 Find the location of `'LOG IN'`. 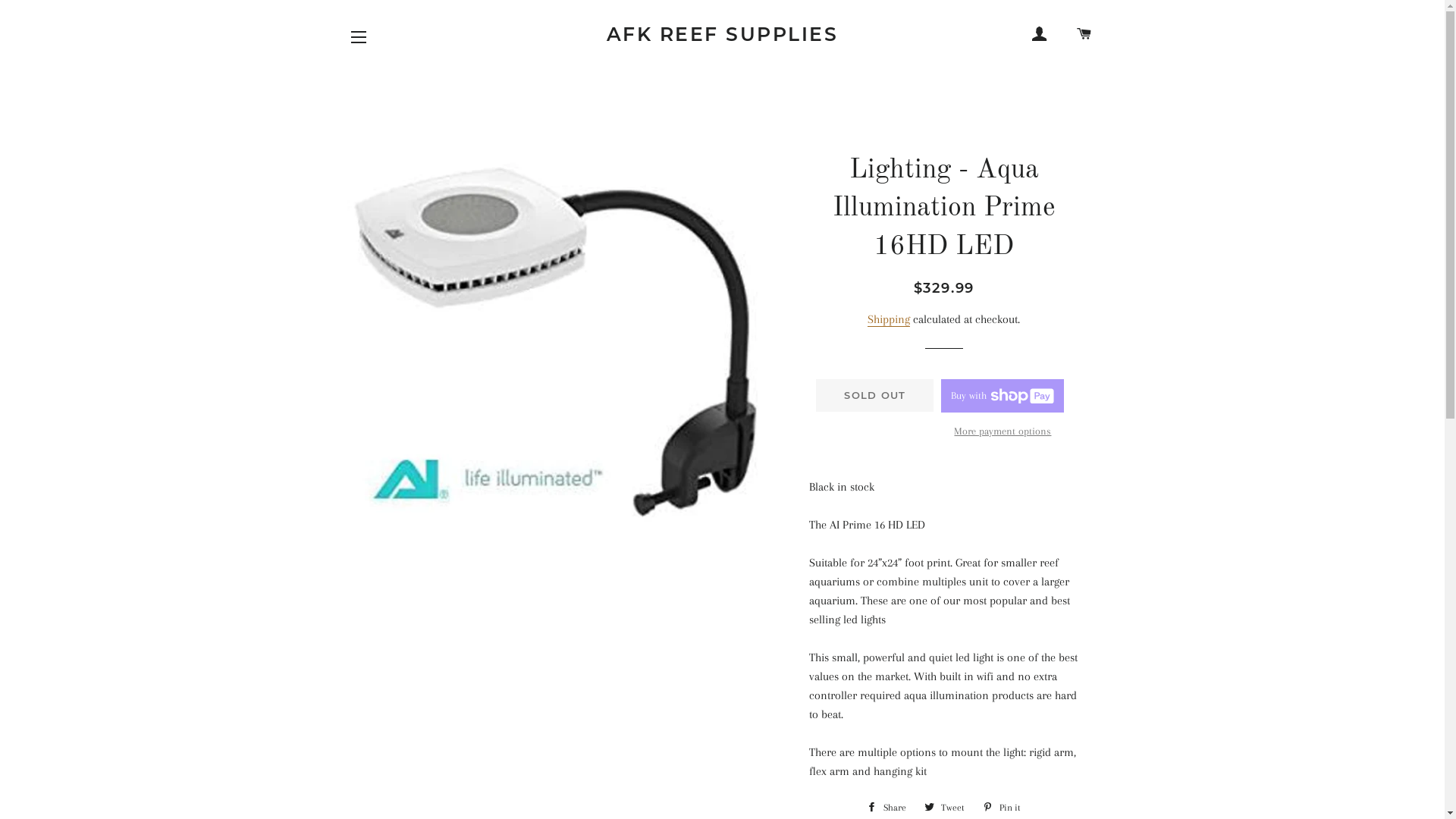

'LOG IN' is located at coordinates (1039, 34).